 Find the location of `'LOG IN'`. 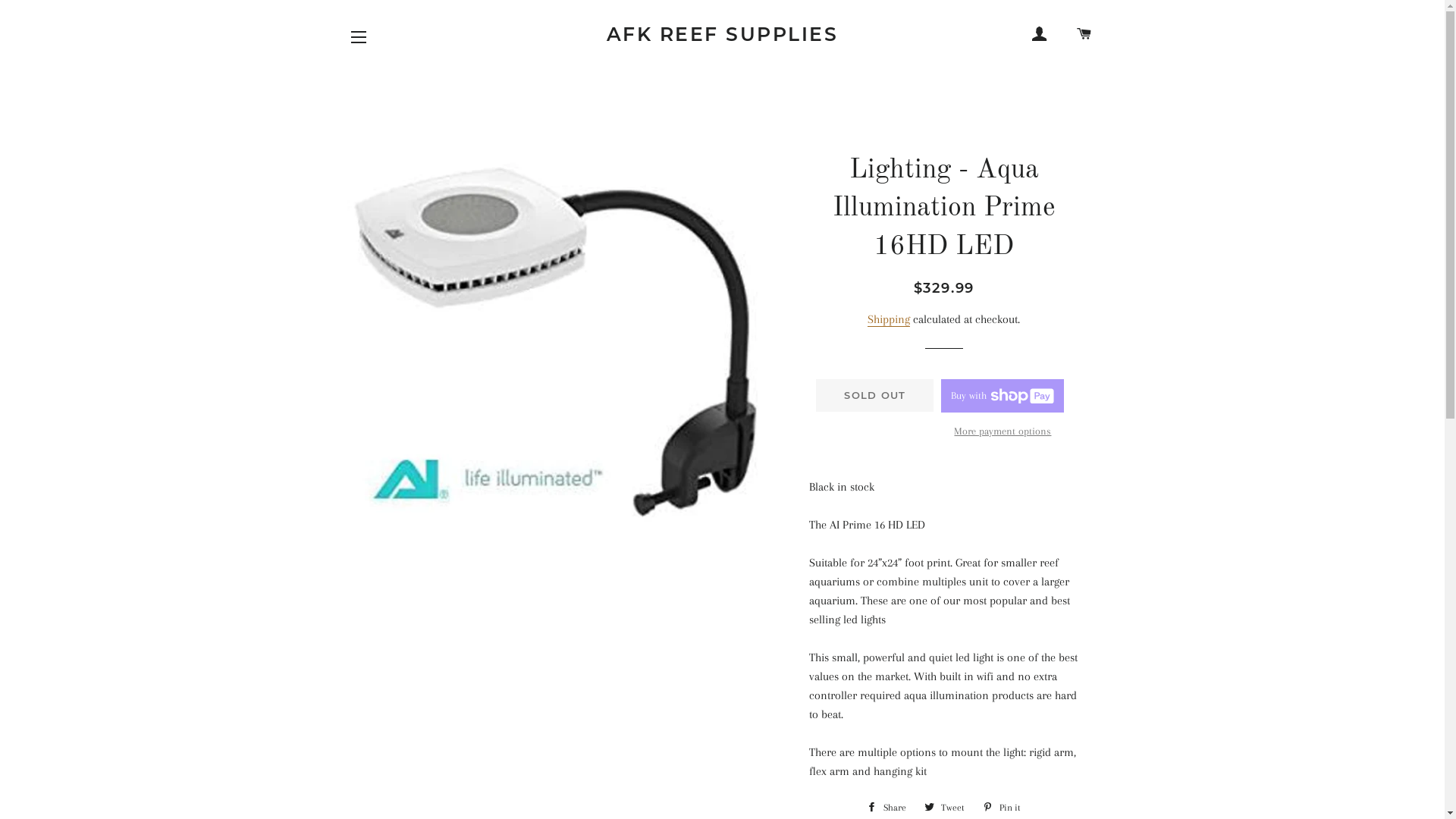

'LOG IN' is located at coordinates (1039, 34).